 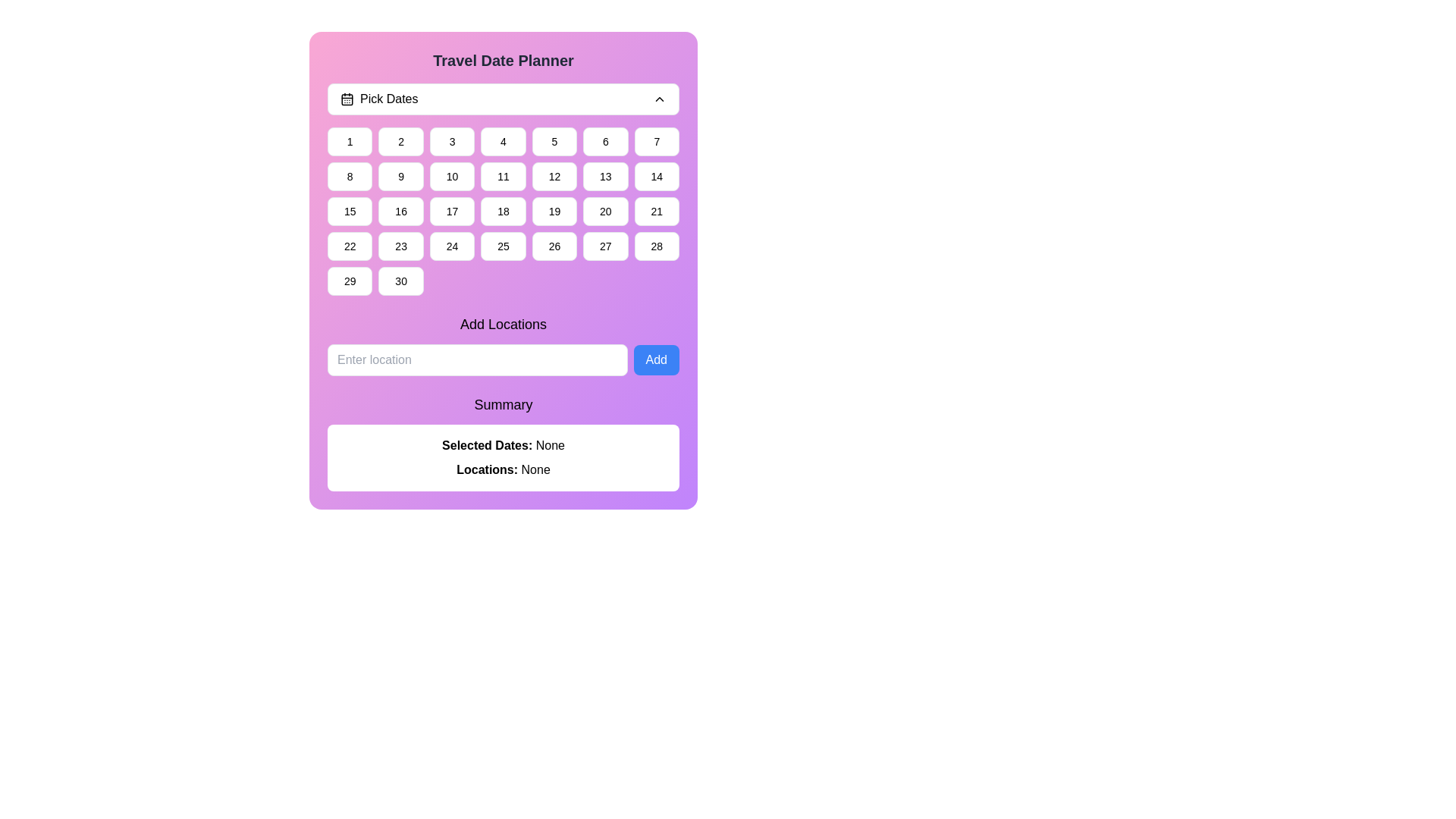 I want to click on the selectable button for the 22nd day in the date picker interface, so click(x=349, y=245).